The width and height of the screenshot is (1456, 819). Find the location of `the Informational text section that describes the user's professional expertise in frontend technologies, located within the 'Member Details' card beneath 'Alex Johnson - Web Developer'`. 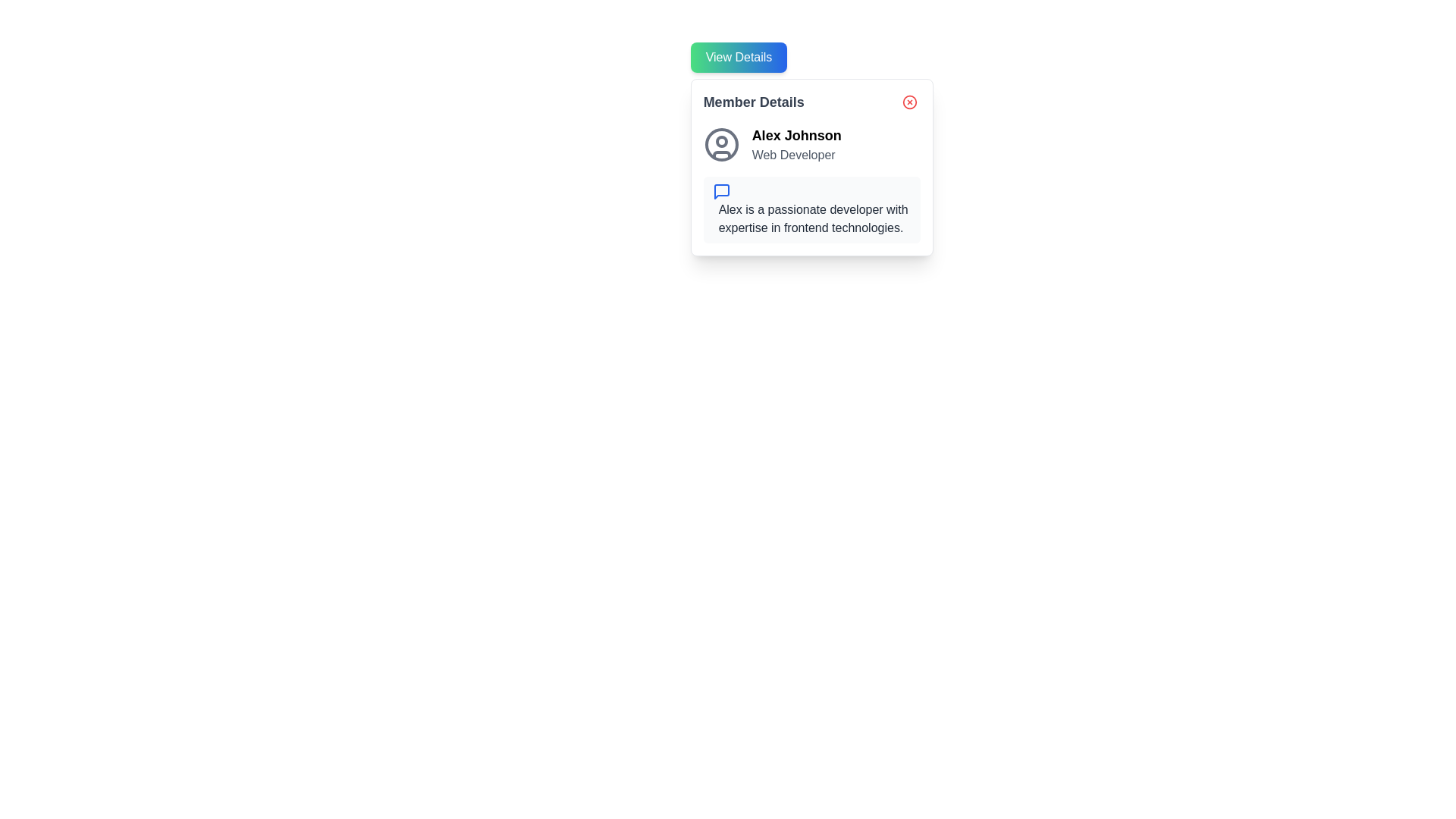

the Informational text section that describes the user's professional expertise in frontend technologies, located within the 'Member Details' card beneath 'Alex Johnson - Web Developer' is located at coordinates (811, 210).